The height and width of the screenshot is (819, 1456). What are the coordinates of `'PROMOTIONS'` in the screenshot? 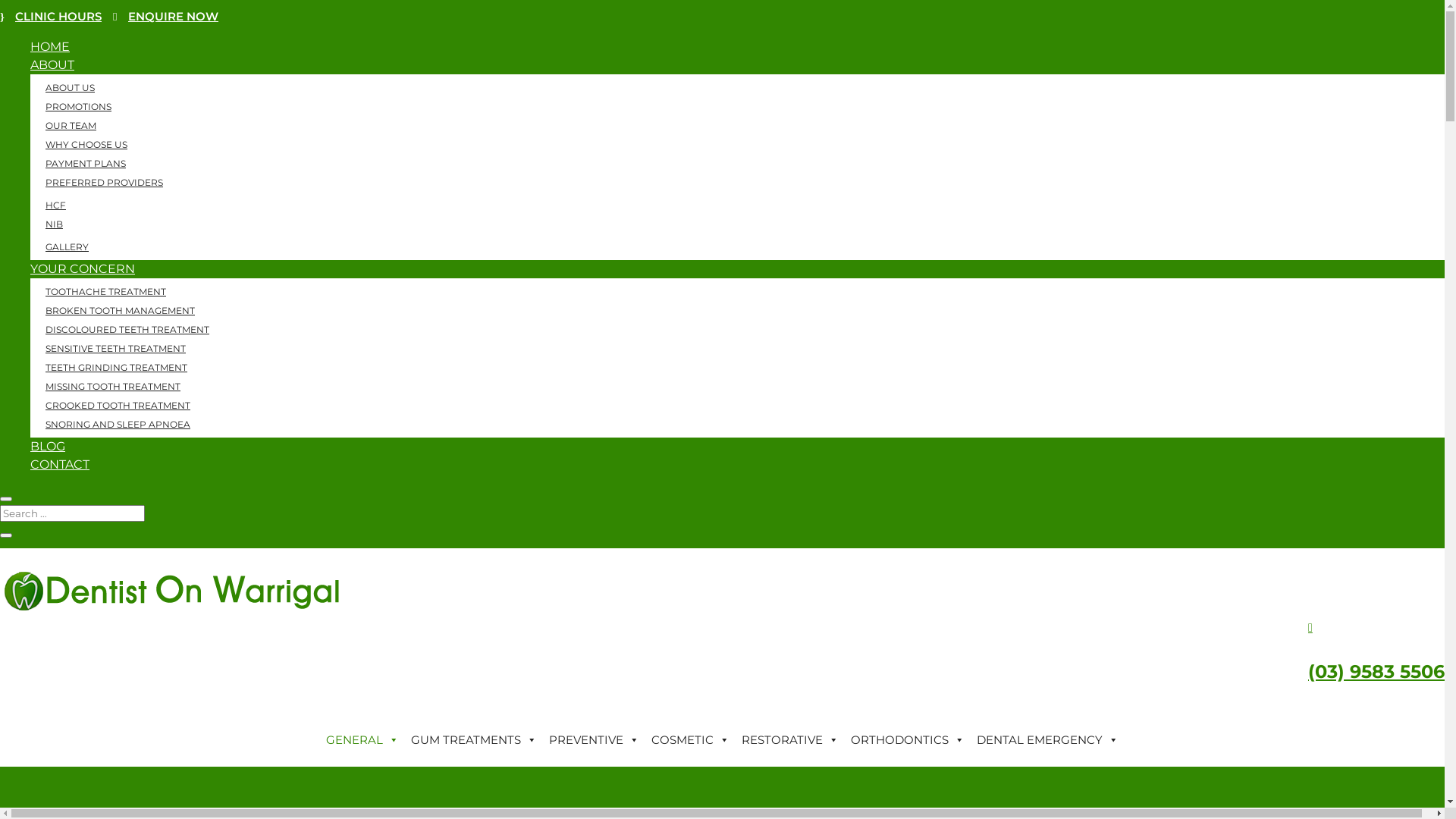 It's located at (77, 105).